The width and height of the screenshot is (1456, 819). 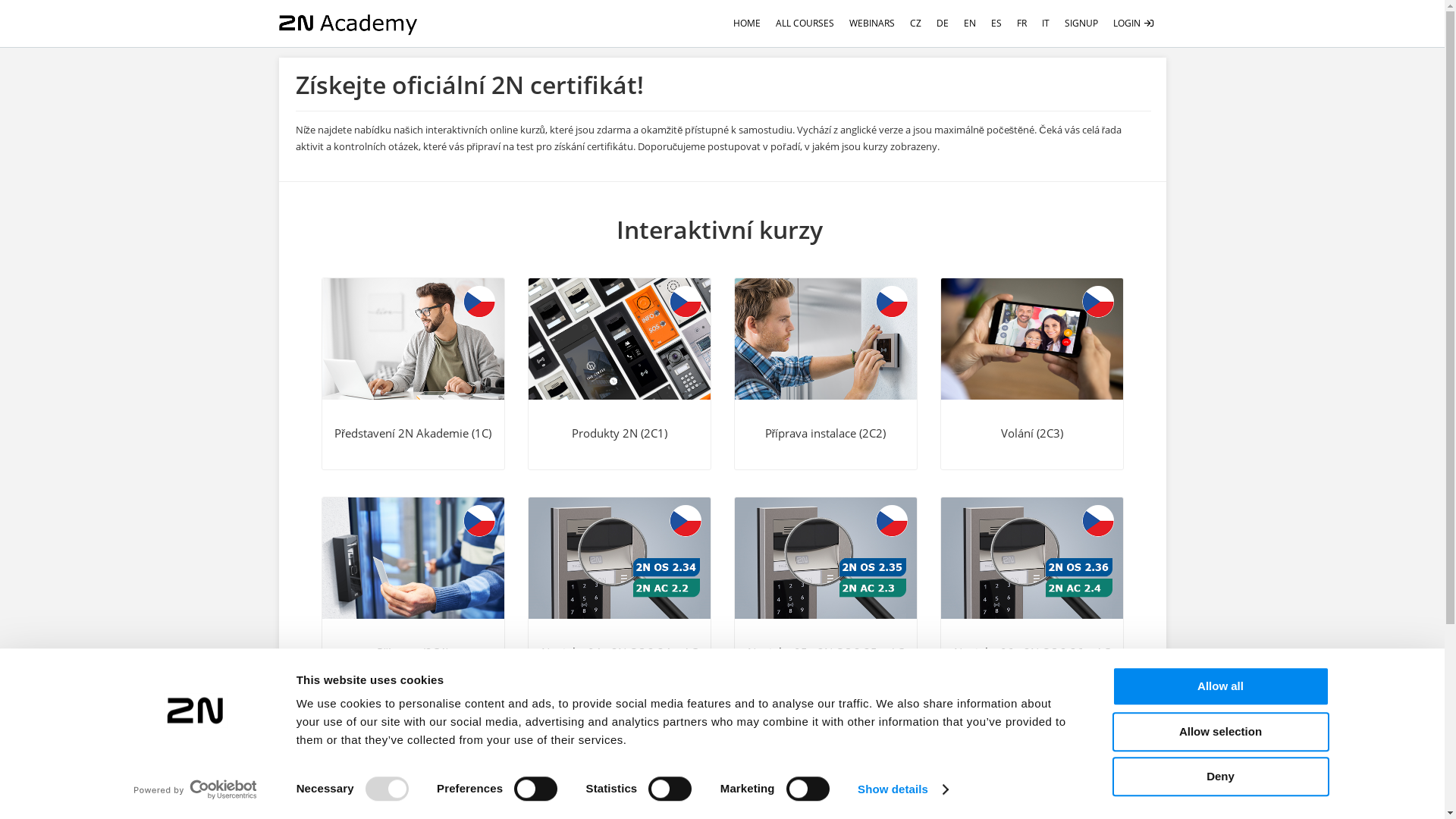 What do you see at coordinates (824, 558) in the screenshot?
I see `'Novinky 05 - 2N OS 2.35 a AC 2.3 (3C2)'` at bounding box center [824, 558].